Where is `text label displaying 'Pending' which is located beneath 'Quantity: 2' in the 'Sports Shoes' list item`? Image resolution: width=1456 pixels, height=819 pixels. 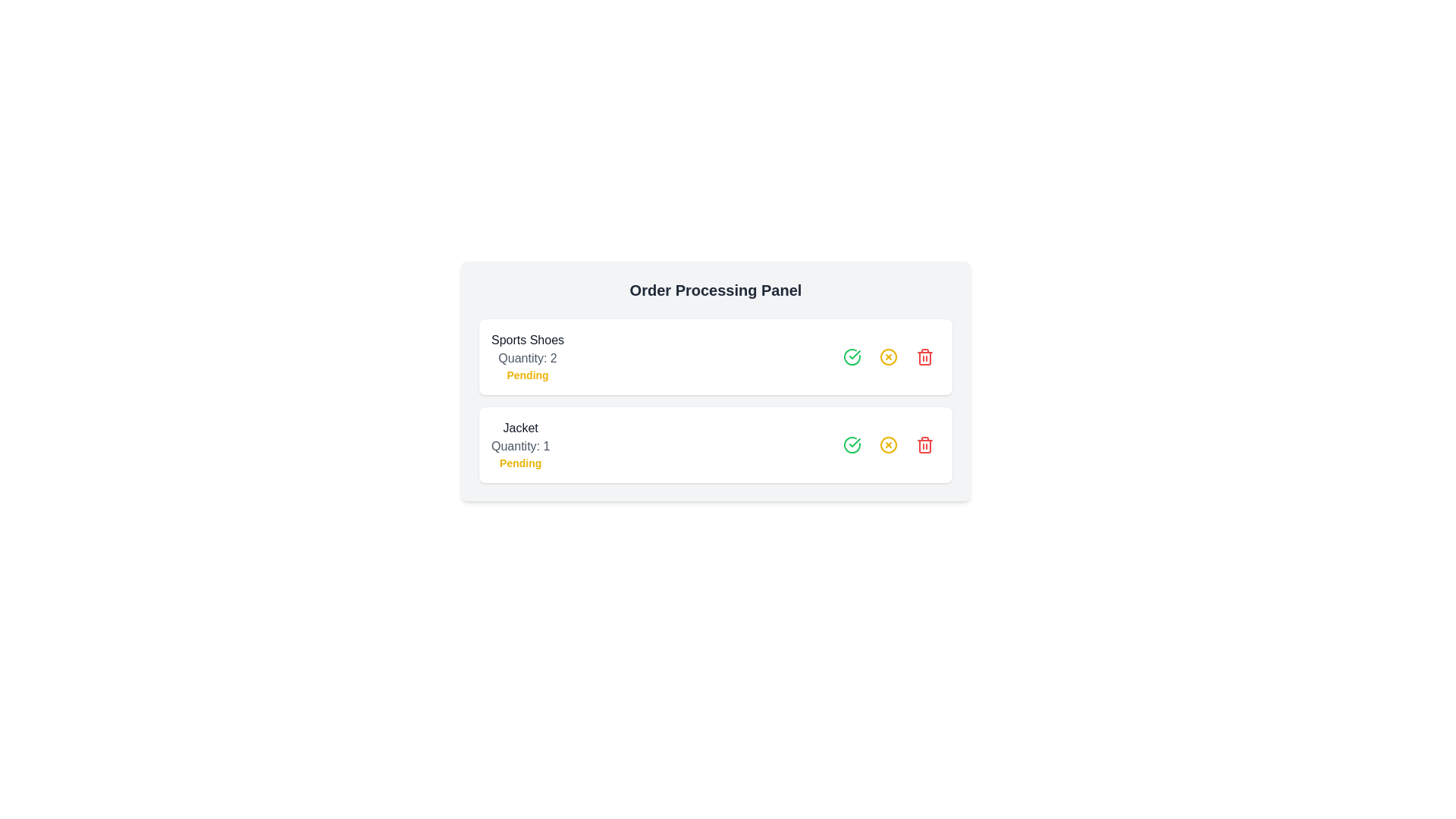
text label displaying 'Pending' which is located beneath 'Quantity: 2' in the 'Sports Shoes' list item is located at coordinates (528, 375).